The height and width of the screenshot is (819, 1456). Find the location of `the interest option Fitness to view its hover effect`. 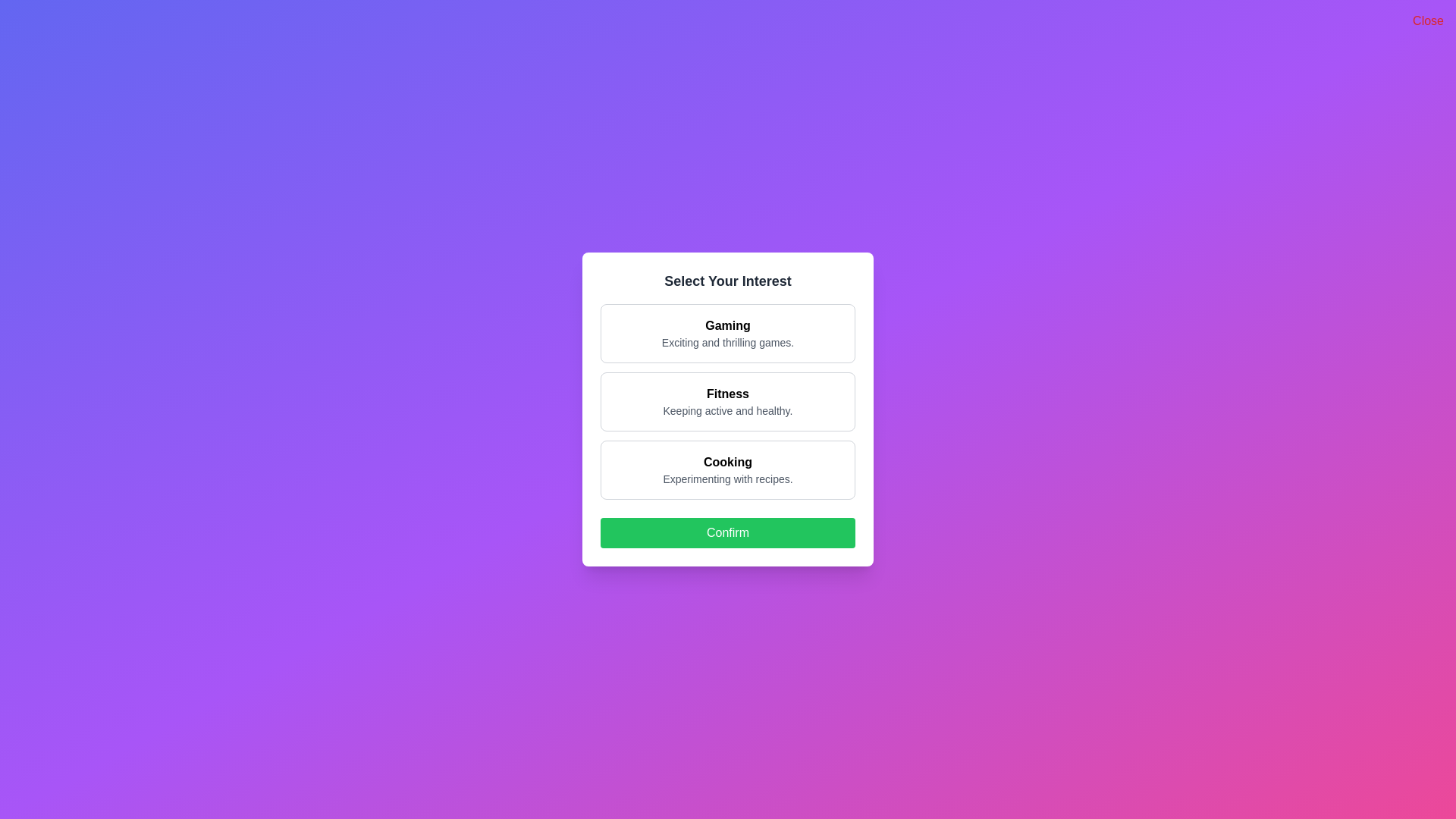

the interest option Fitness to view its hover effect is located at coordinates (728, 400).